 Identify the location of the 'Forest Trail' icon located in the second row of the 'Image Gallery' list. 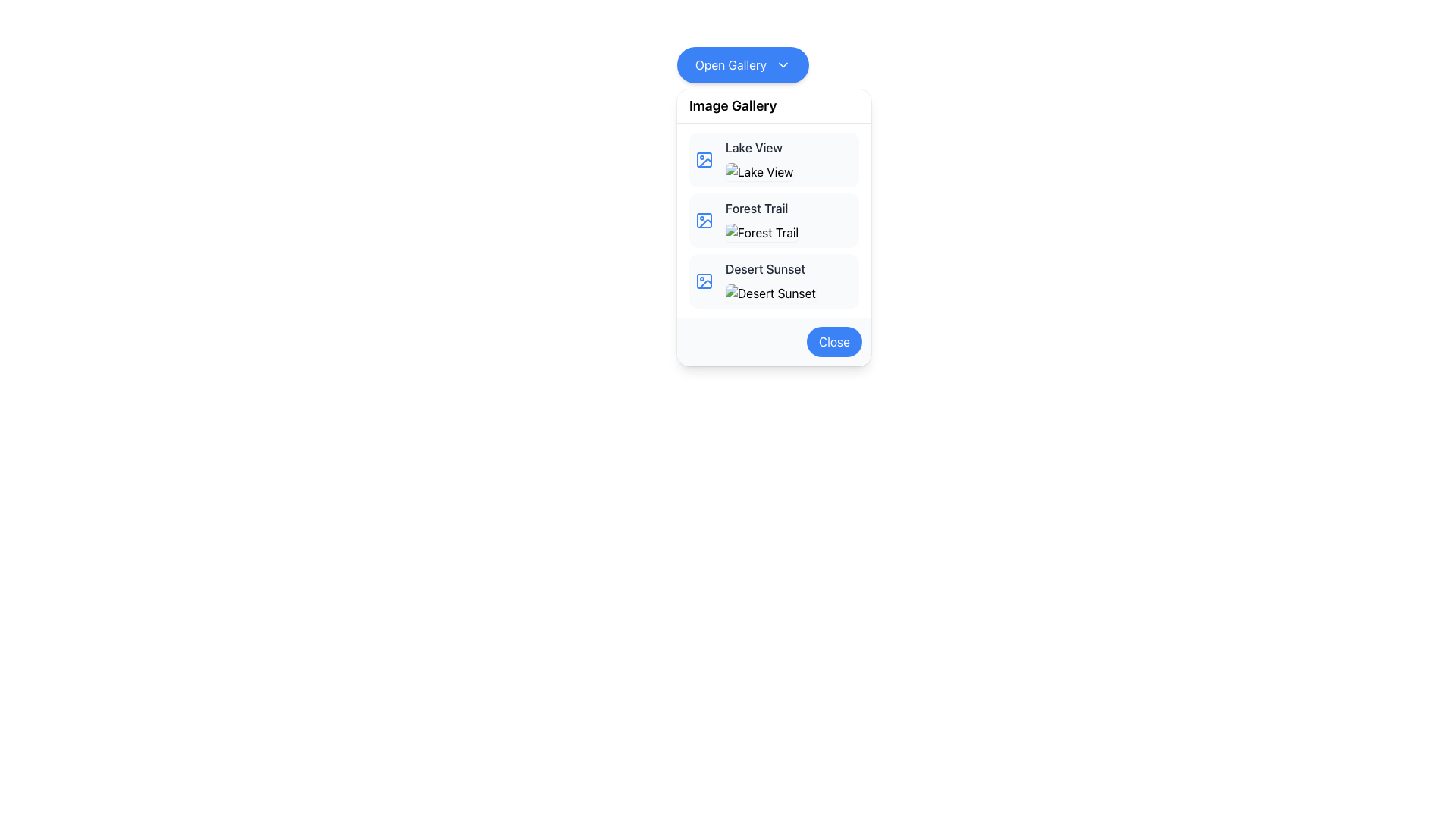
(703, 220).